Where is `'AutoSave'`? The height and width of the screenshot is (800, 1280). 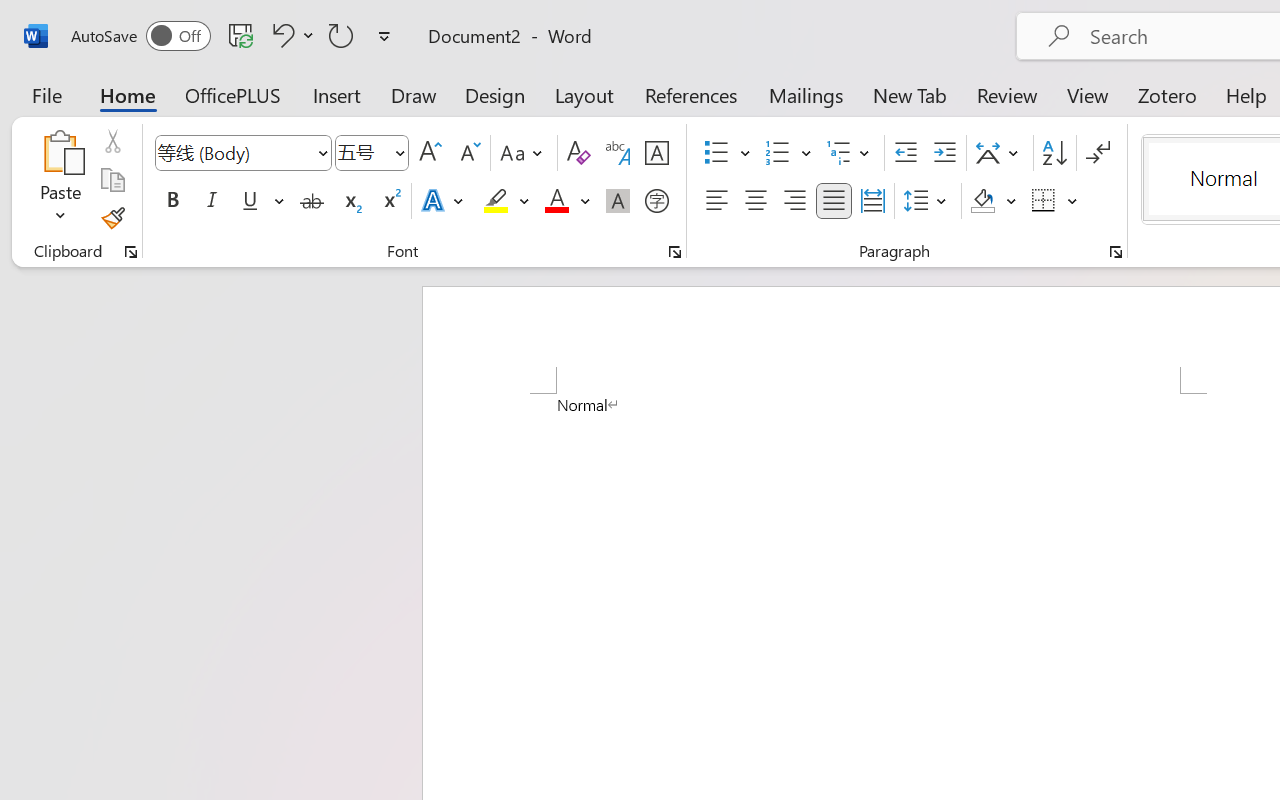 'AutoSave' is located at coordinates (139, 35).